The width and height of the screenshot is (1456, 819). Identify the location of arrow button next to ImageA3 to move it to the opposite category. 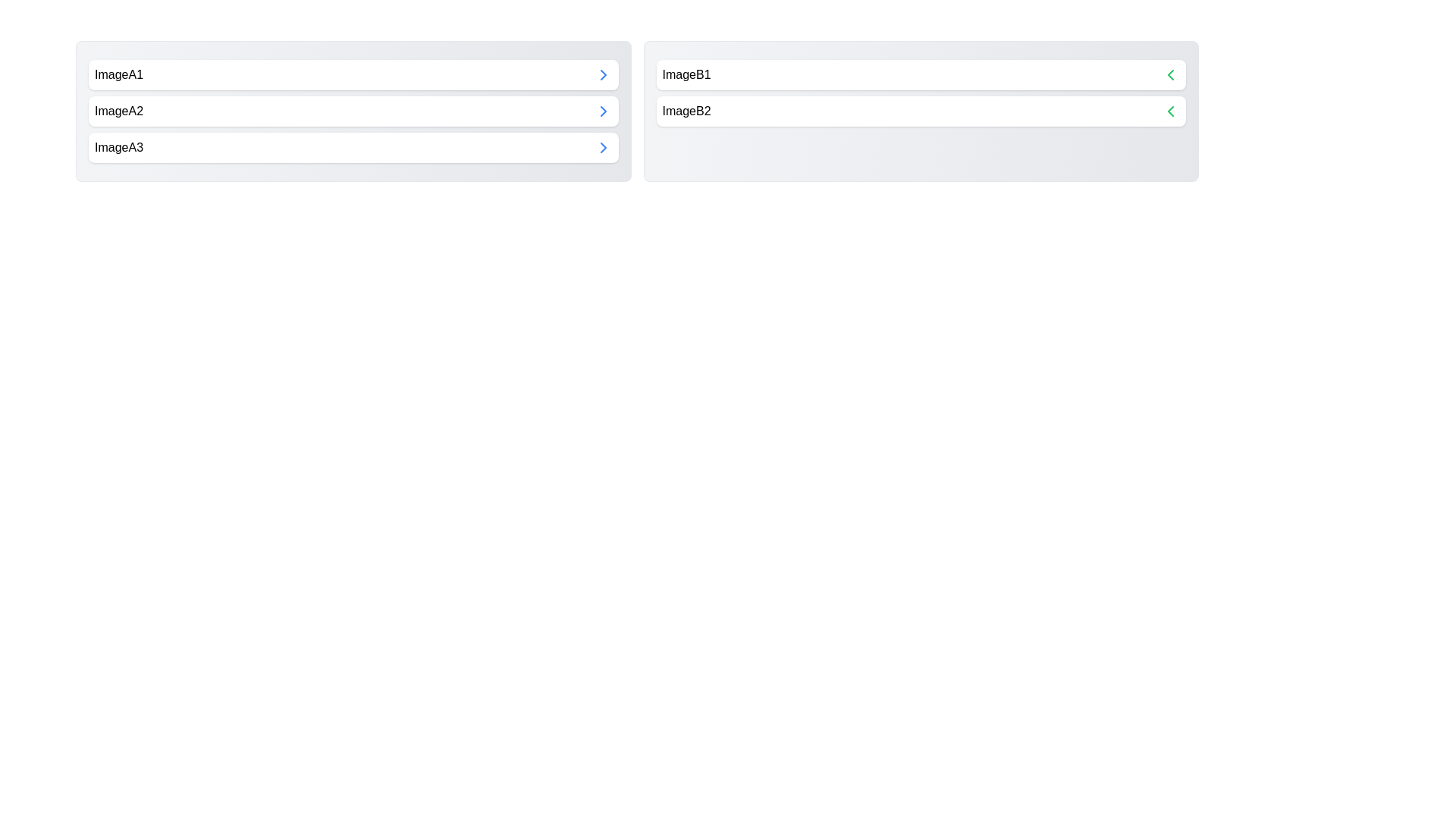
(602, 148).